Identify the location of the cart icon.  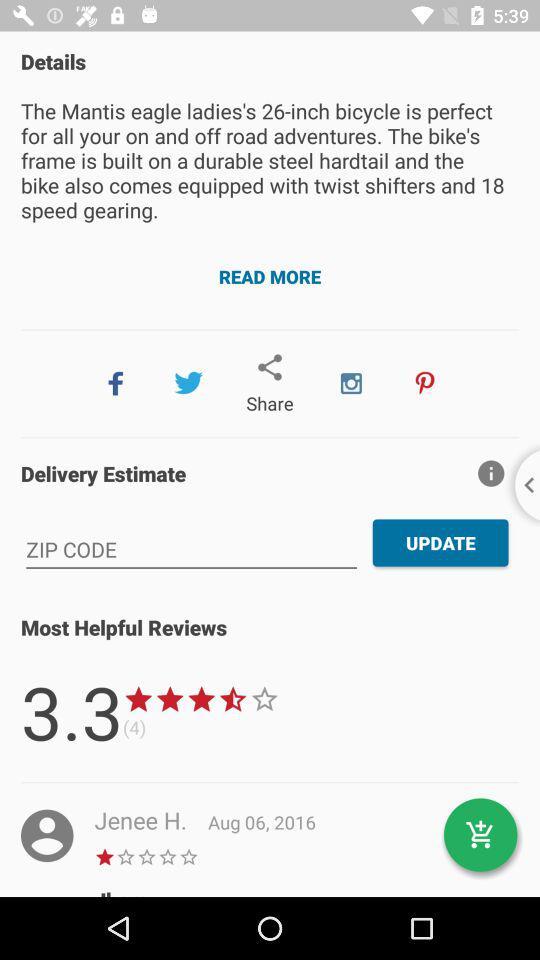
(479, 835).